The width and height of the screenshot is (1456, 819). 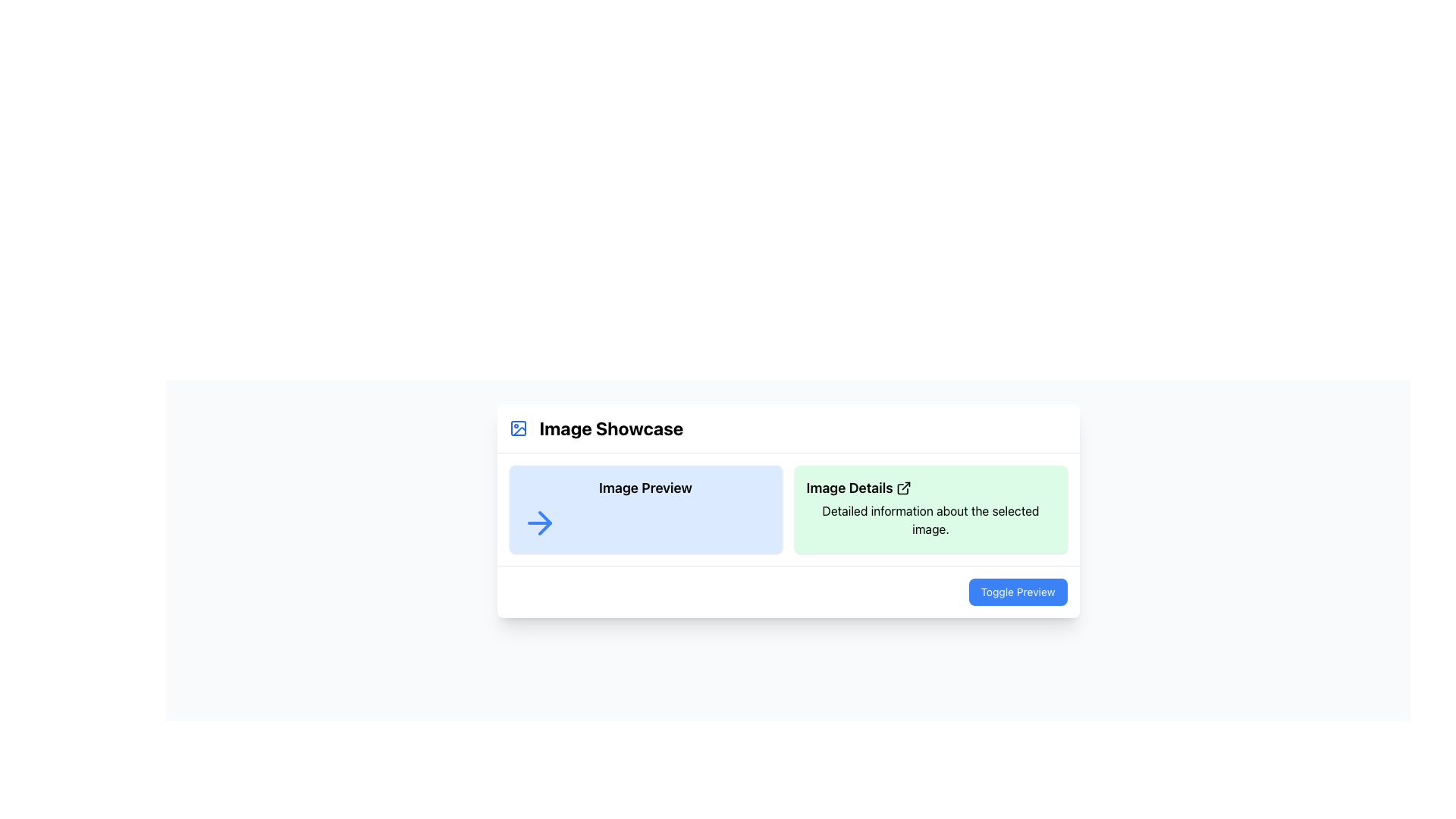 What do you see at coordinates (930, 509) in the screenshot?
I see `the Informational Section titled 'Image Details' with a light green background, rounded corners, and an external link icon next to the title` at bounding box center [930, 509].